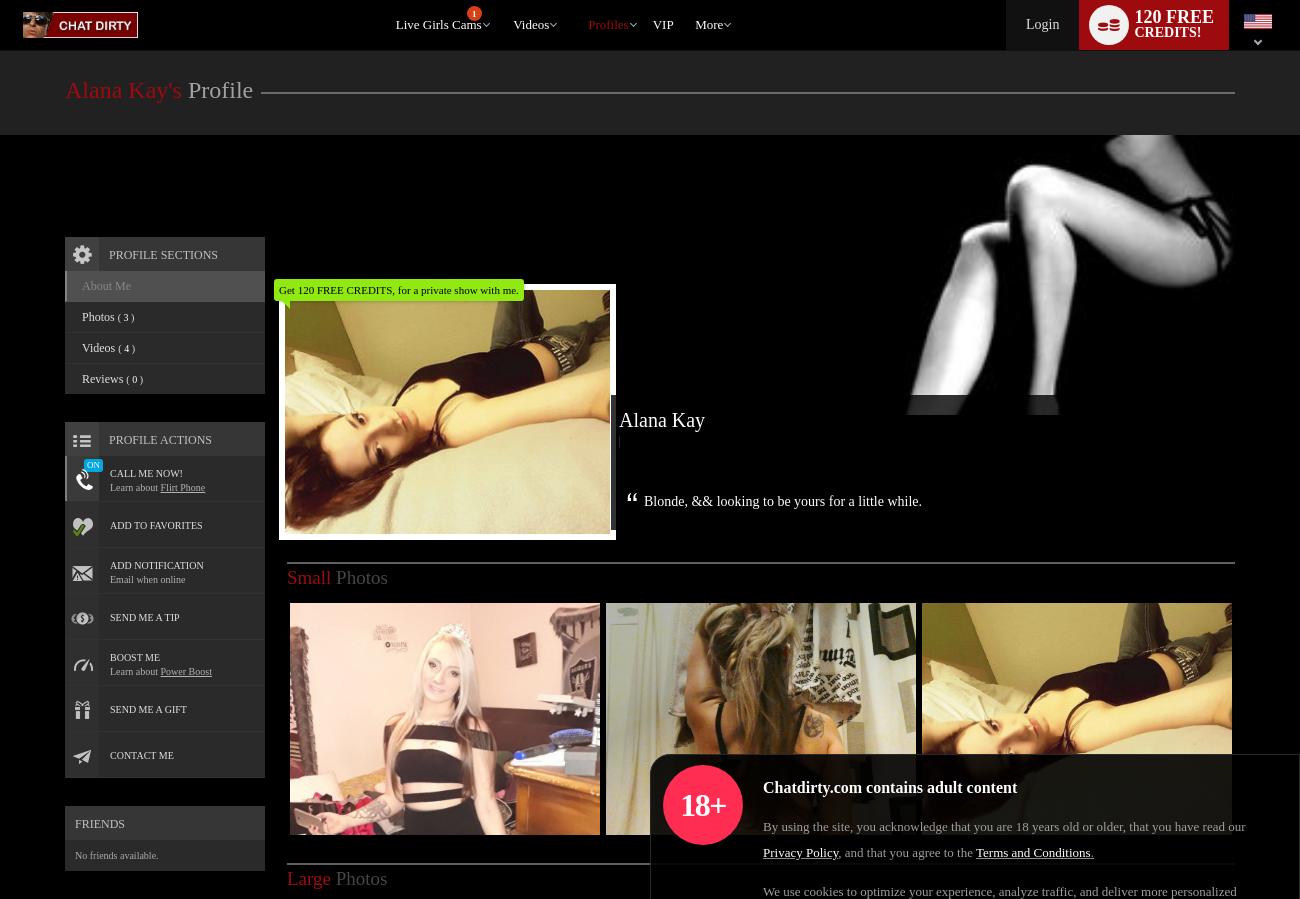 The image size is (1300, 899). Describe the element at coordinates (182, 487) in the screenshot. I see `'Flirt Phone'` at that location.